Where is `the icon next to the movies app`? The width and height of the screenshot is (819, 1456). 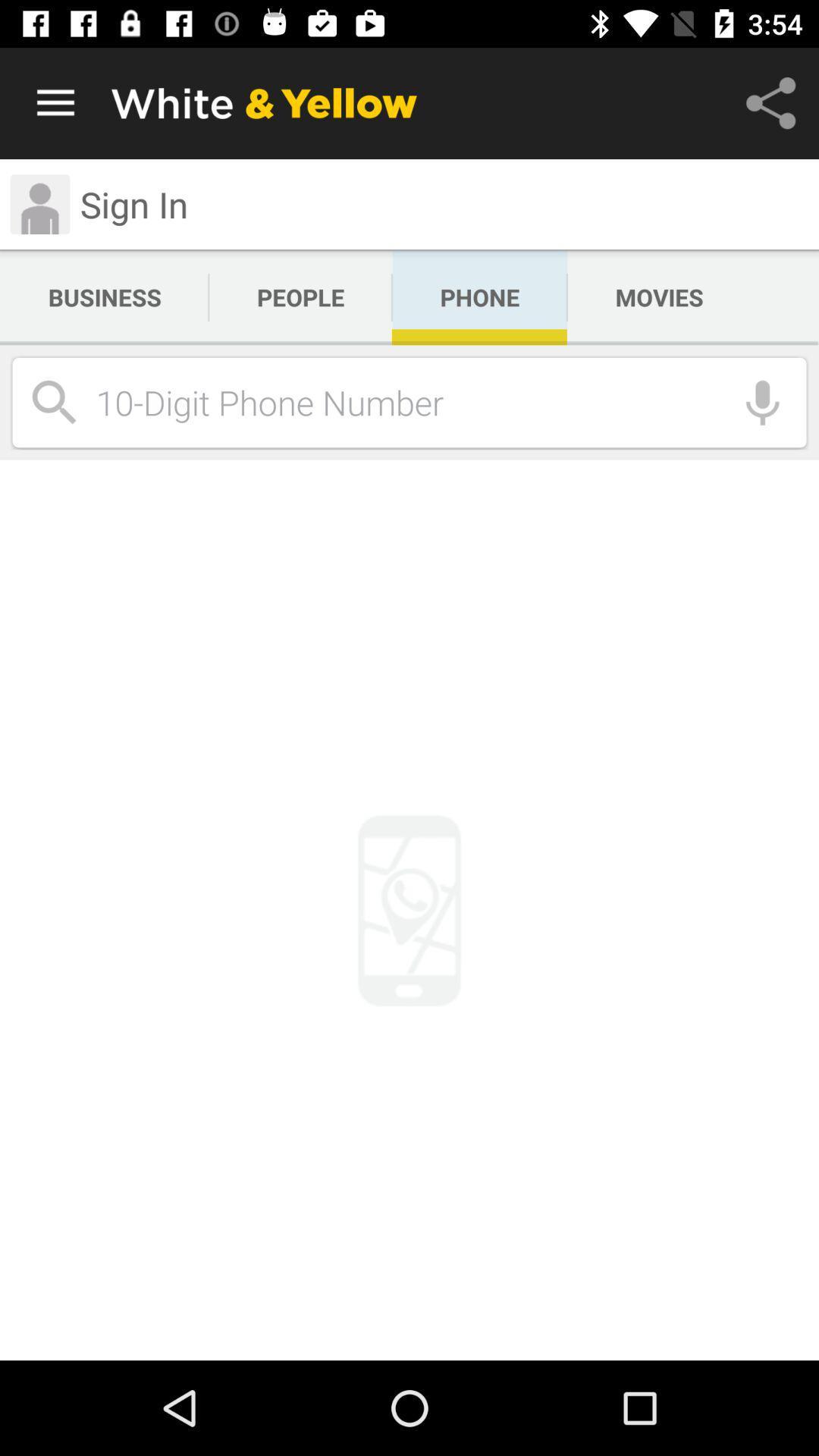 the icon next to the movies app is located at coordinates (479, 297).